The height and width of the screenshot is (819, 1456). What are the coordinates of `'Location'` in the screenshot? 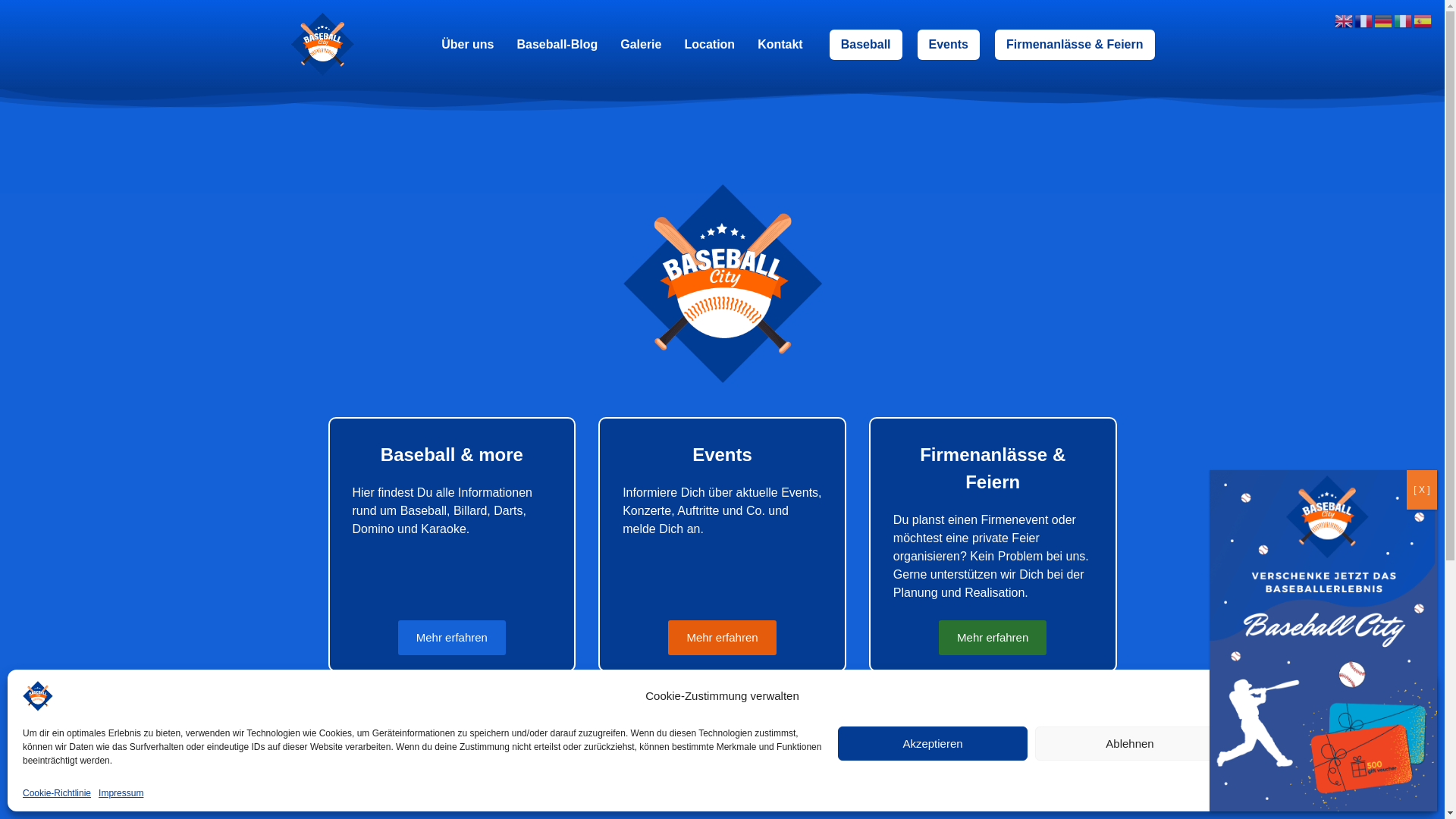 It's located at (708, 42).